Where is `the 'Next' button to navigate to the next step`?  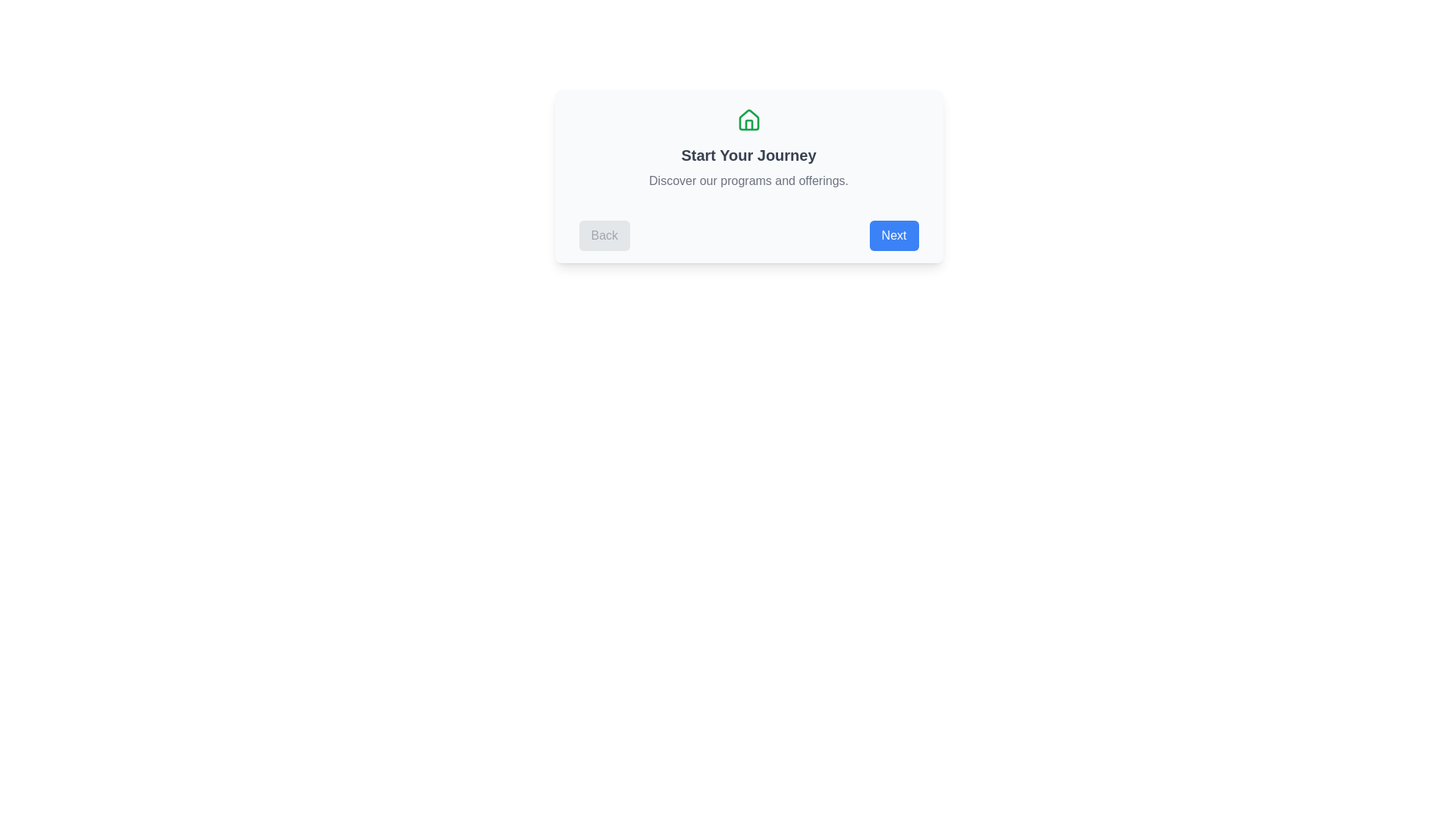 the 'Next' button to navigate to the next step is located at coordinates (894, 236).